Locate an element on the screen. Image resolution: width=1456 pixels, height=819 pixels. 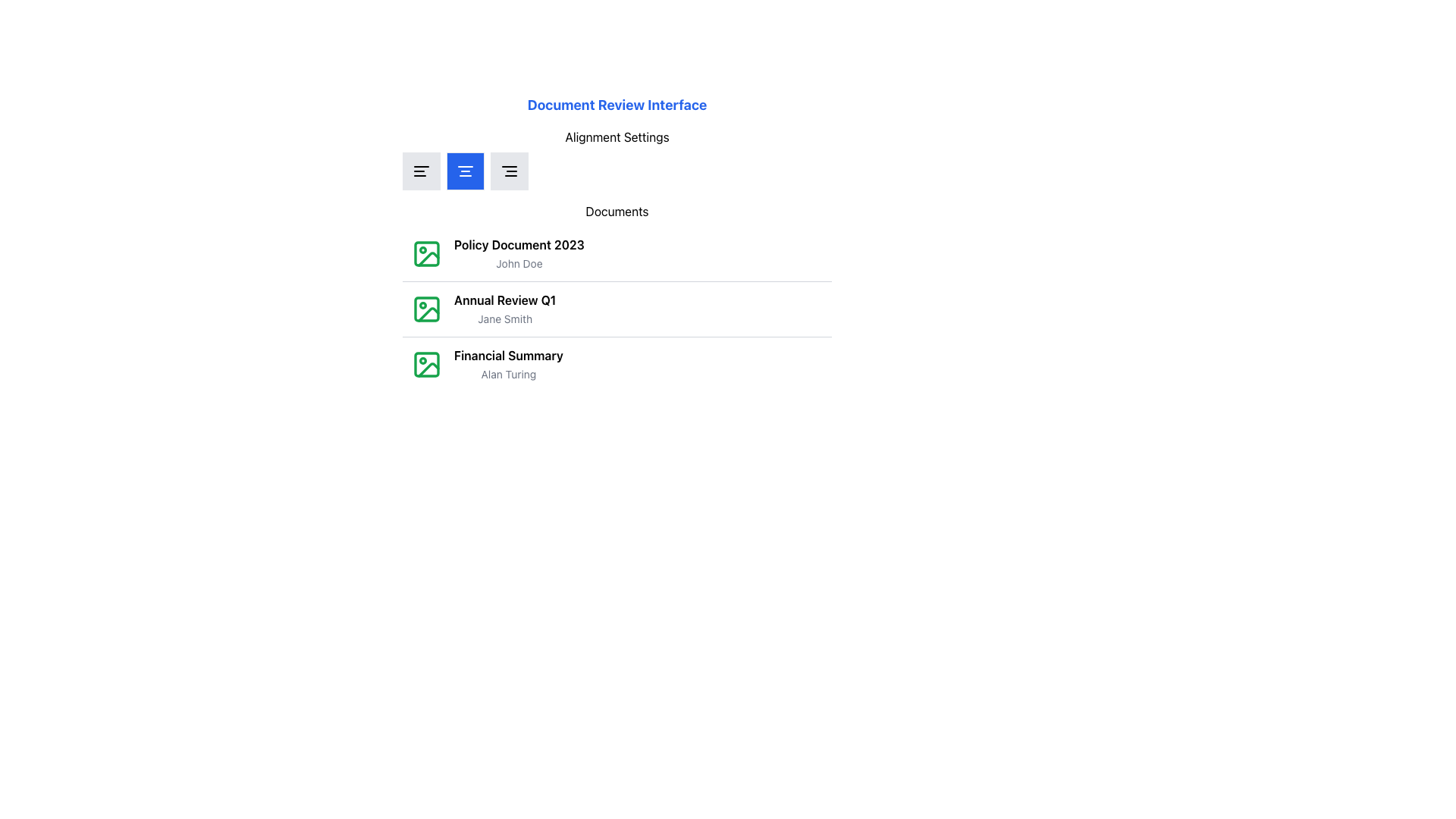
the document title text label located in the first row of the document list, which serves as a contextual title for the document is located at coordinates (519, 244).